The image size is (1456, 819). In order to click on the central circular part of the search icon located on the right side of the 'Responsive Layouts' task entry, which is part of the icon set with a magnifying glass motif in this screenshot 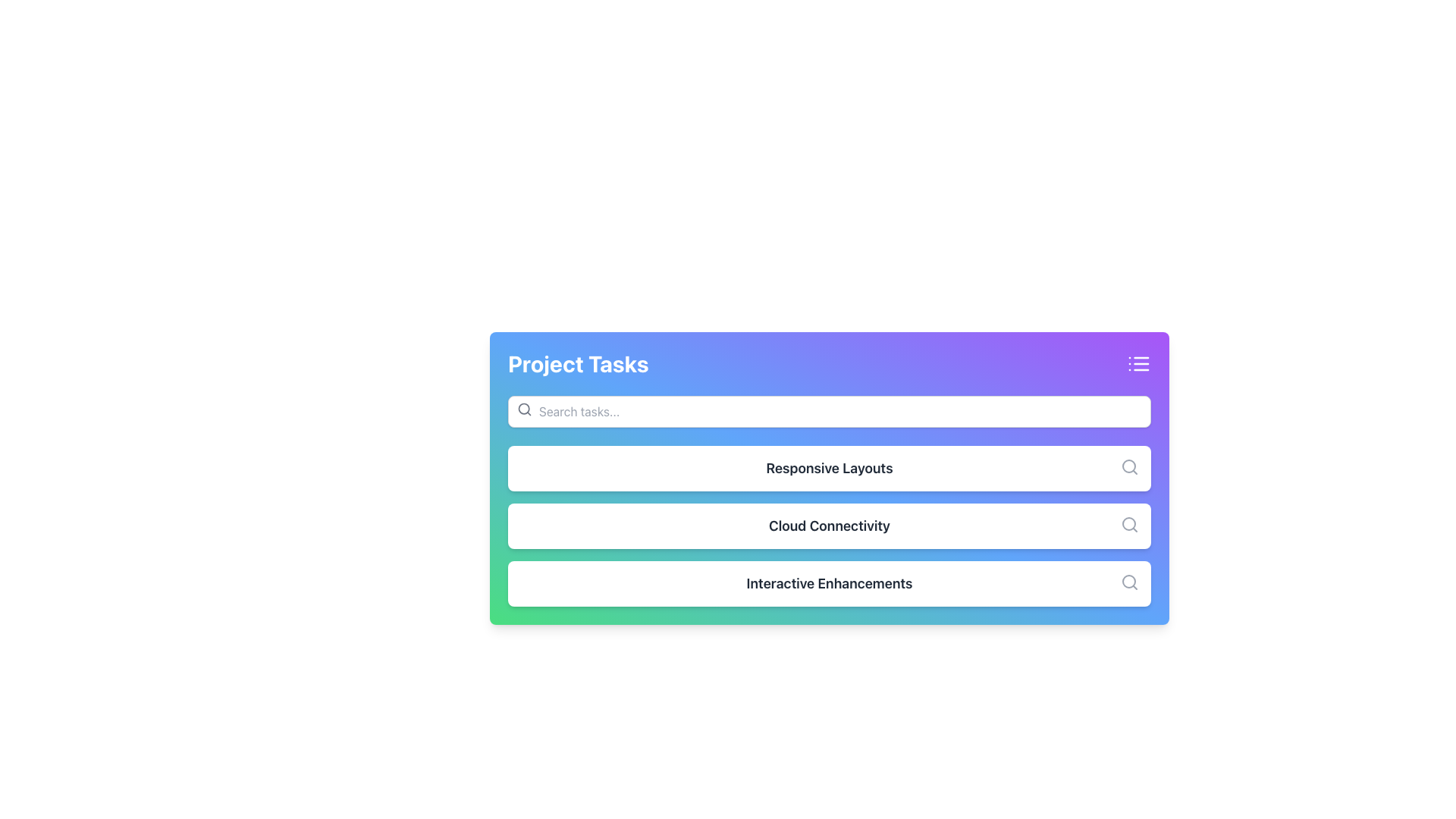, I will do `click(1128, 465)`.